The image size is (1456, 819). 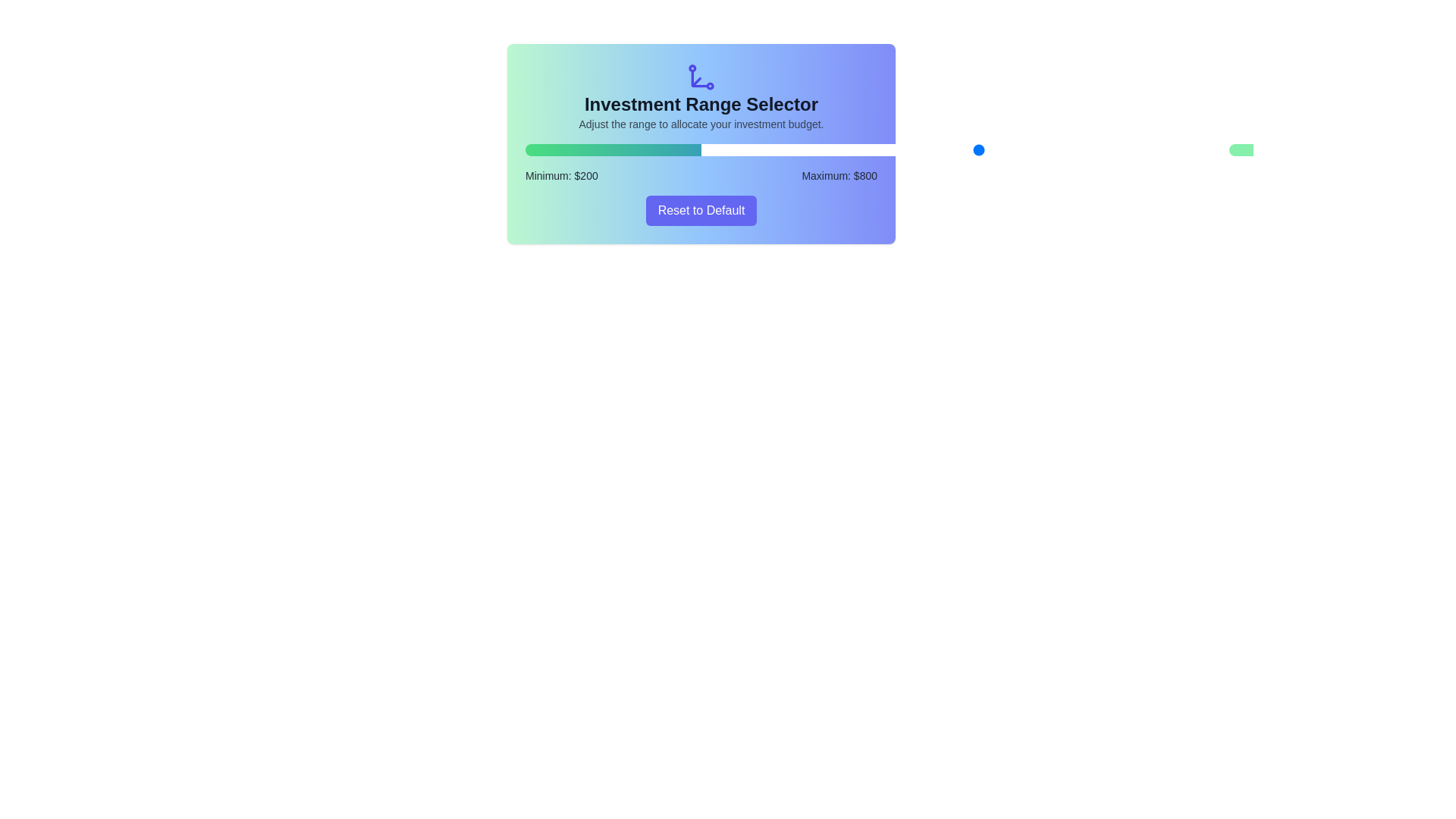 What do you see at coordinates (857, 149) in the screenshot?
I see `the minimum investment range slider to 442` at bounding box center [857, 149].